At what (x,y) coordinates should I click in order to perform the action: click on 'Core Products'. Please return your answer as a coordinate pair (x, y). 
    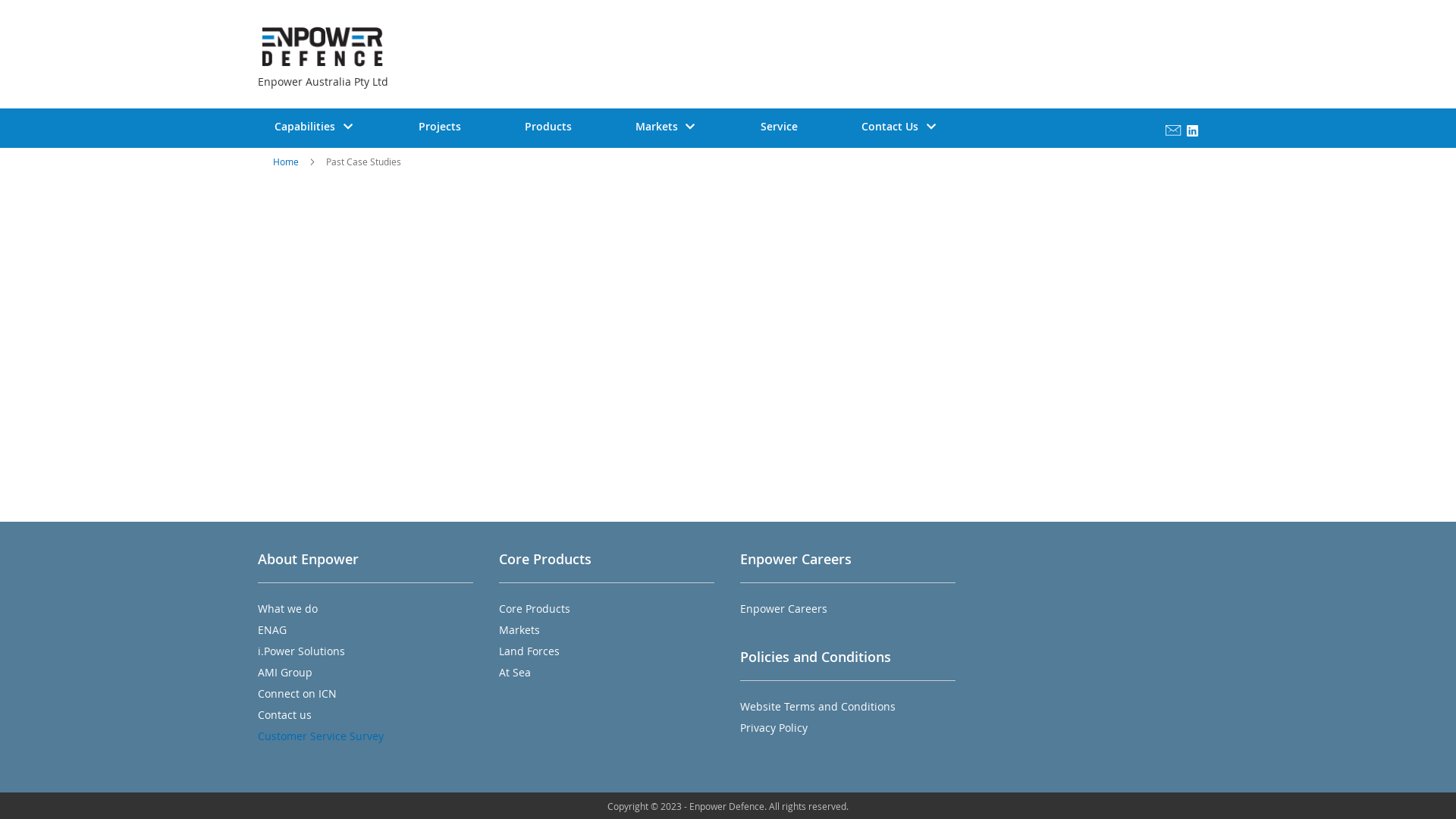
    Looking at the image, I should click on (535, 607).